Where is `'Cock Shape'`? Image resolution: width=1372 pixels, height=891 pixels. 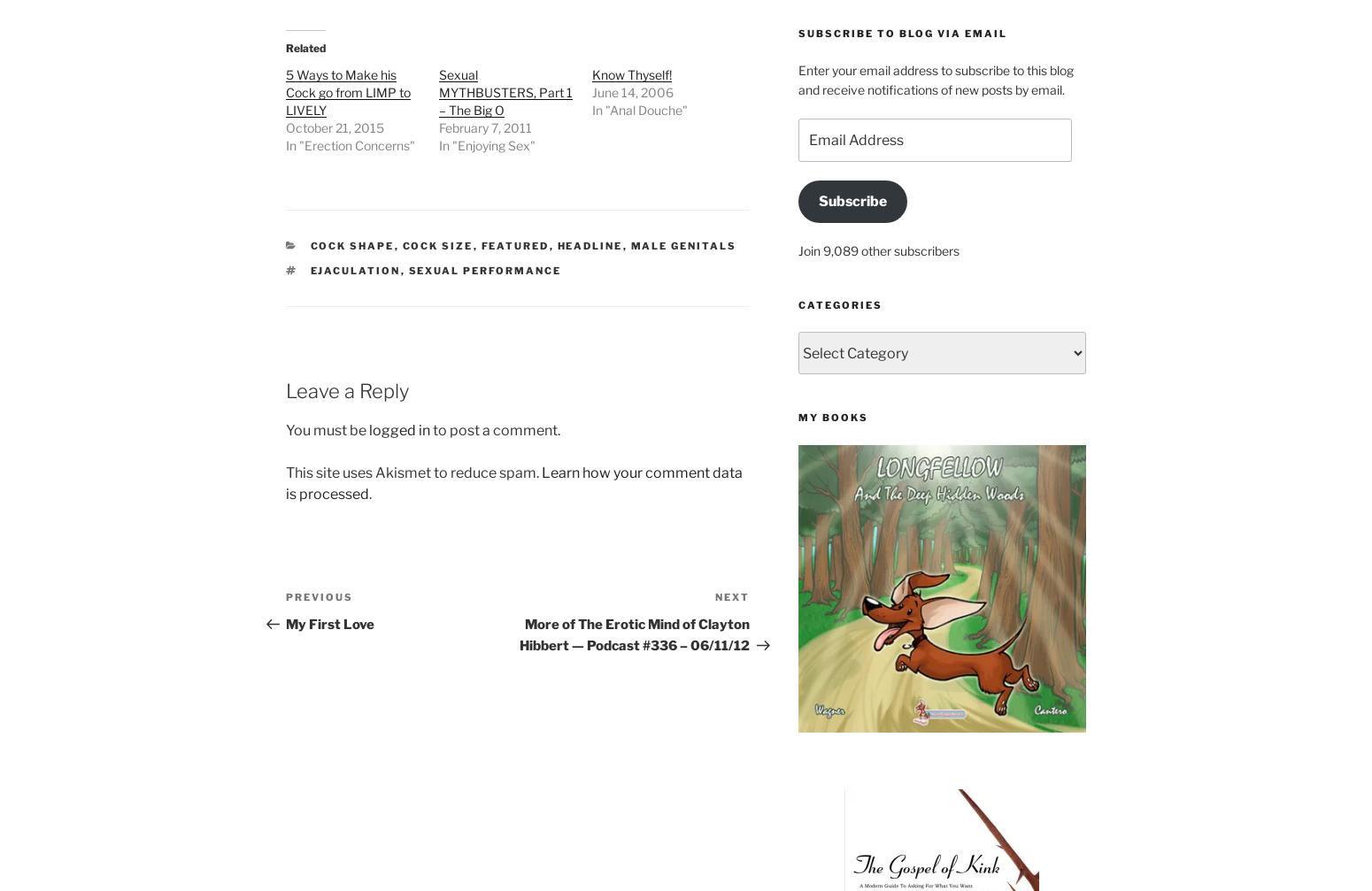
'Cock Shape' is located at coordinates (351, 246).